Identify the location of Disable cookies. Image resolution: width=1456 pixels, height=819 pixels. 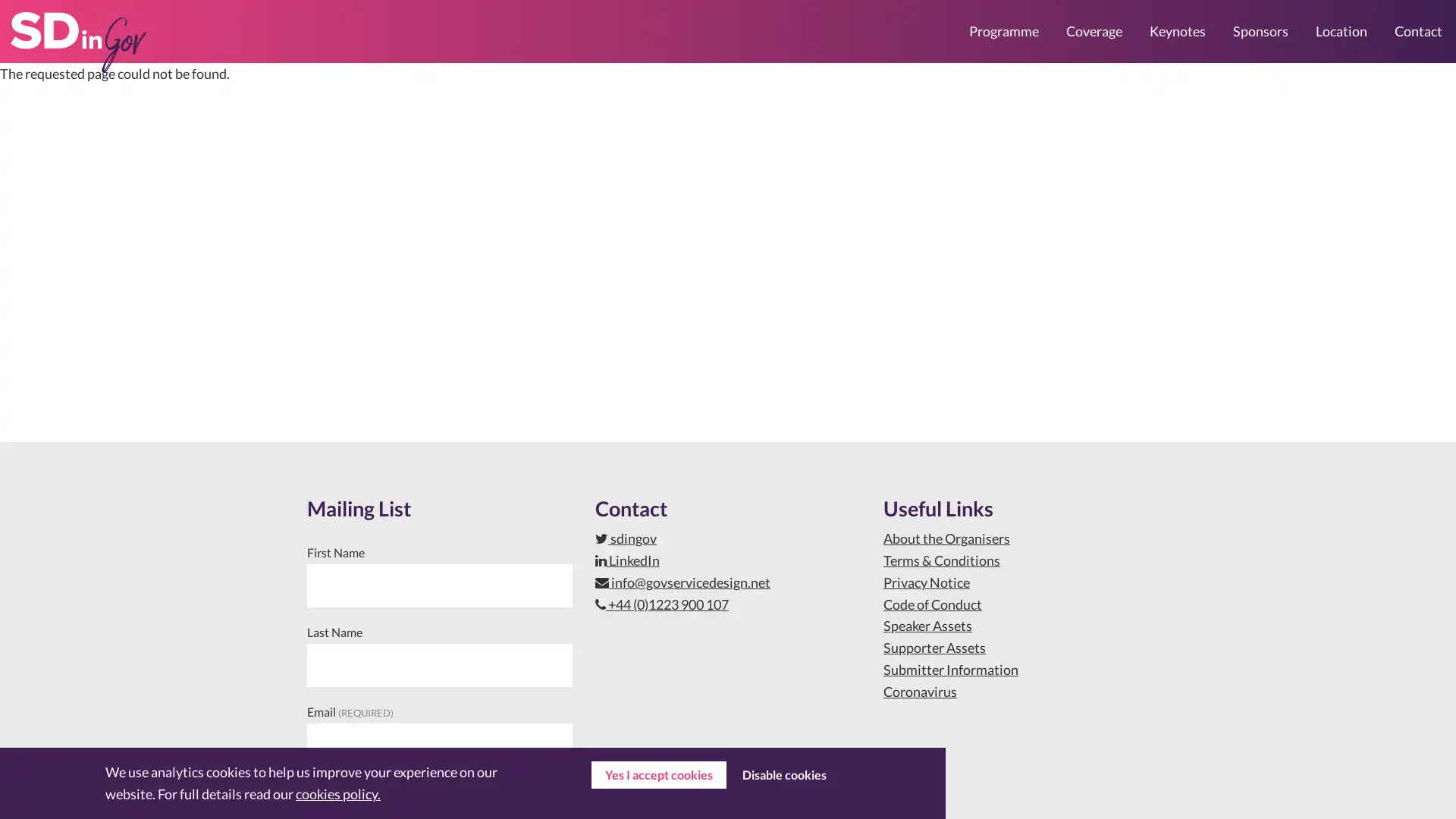
(783, 775).